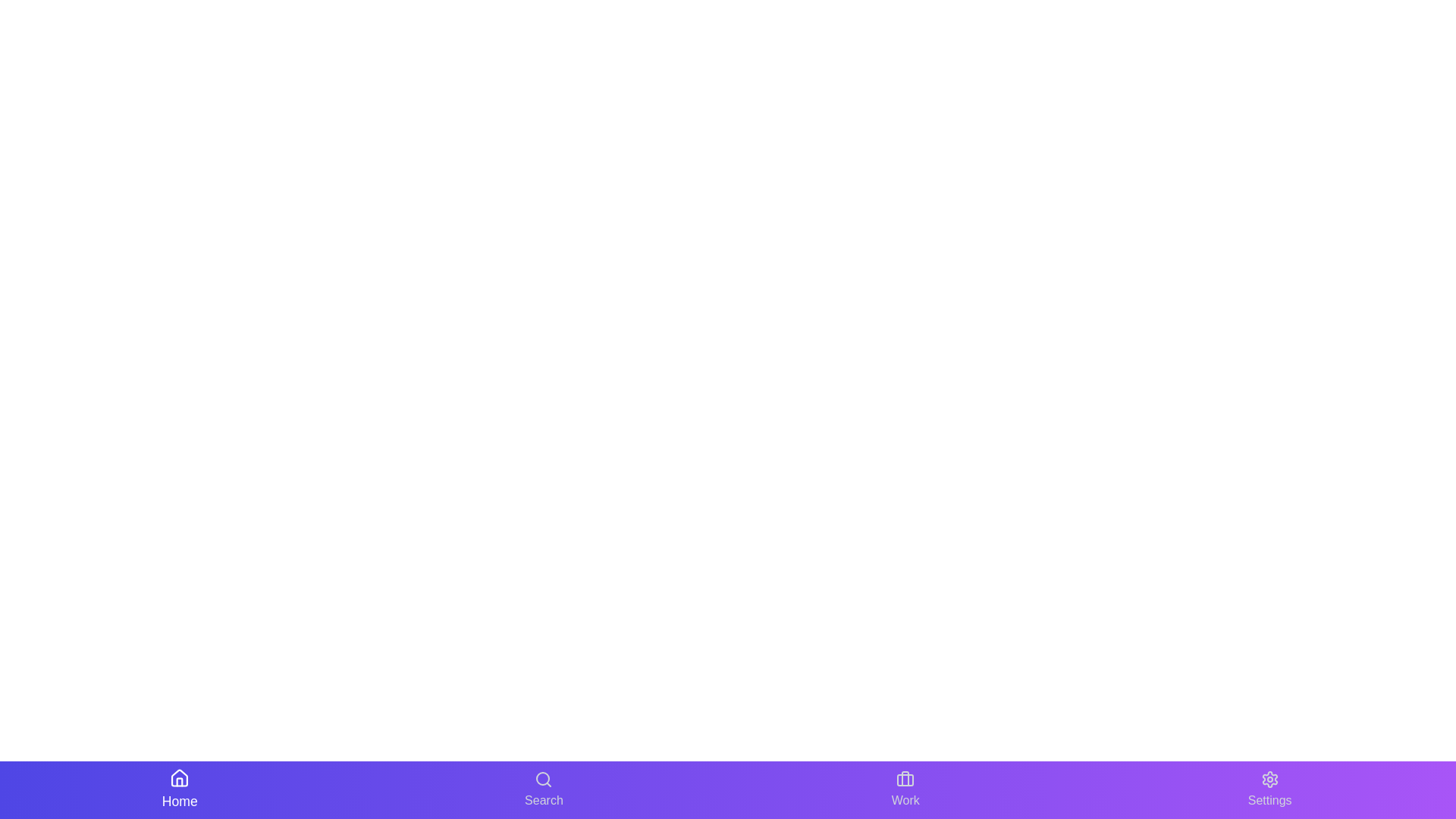 The image size is (1456, 819). What do you see at coordinates (905, 789) in the screenshot?
I see `the navigation button labeled Work to inspect its tooltip` at bounding box center [905, 789].